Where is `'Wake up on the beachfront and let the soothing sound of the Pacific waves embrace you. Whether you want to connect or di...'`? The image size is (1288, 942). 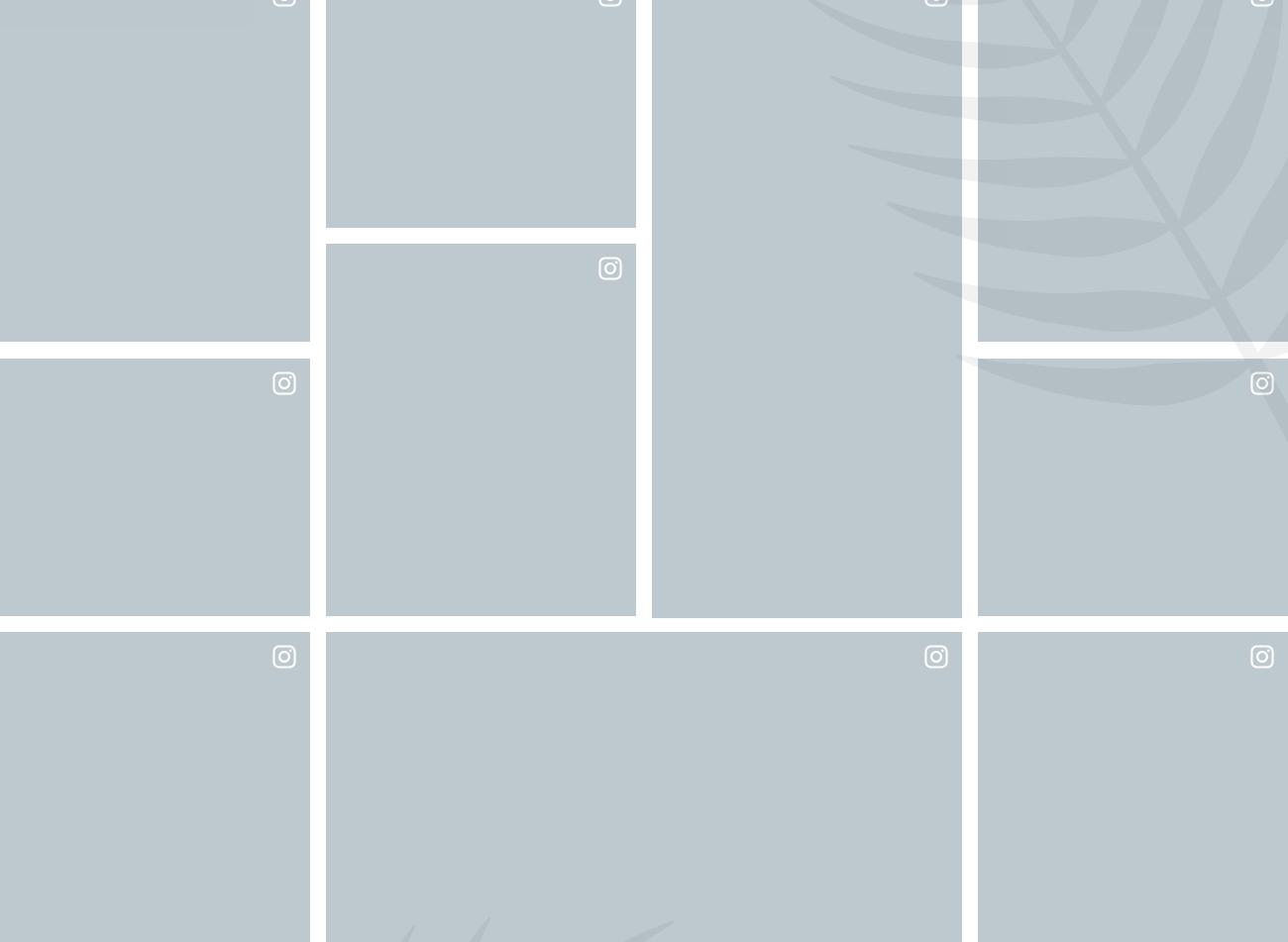
'Wake up on the beachfront and let the soothing sound of the Pacific waves embrace you. Whether you want to connect or di...' is located at coordinates (644, 848).